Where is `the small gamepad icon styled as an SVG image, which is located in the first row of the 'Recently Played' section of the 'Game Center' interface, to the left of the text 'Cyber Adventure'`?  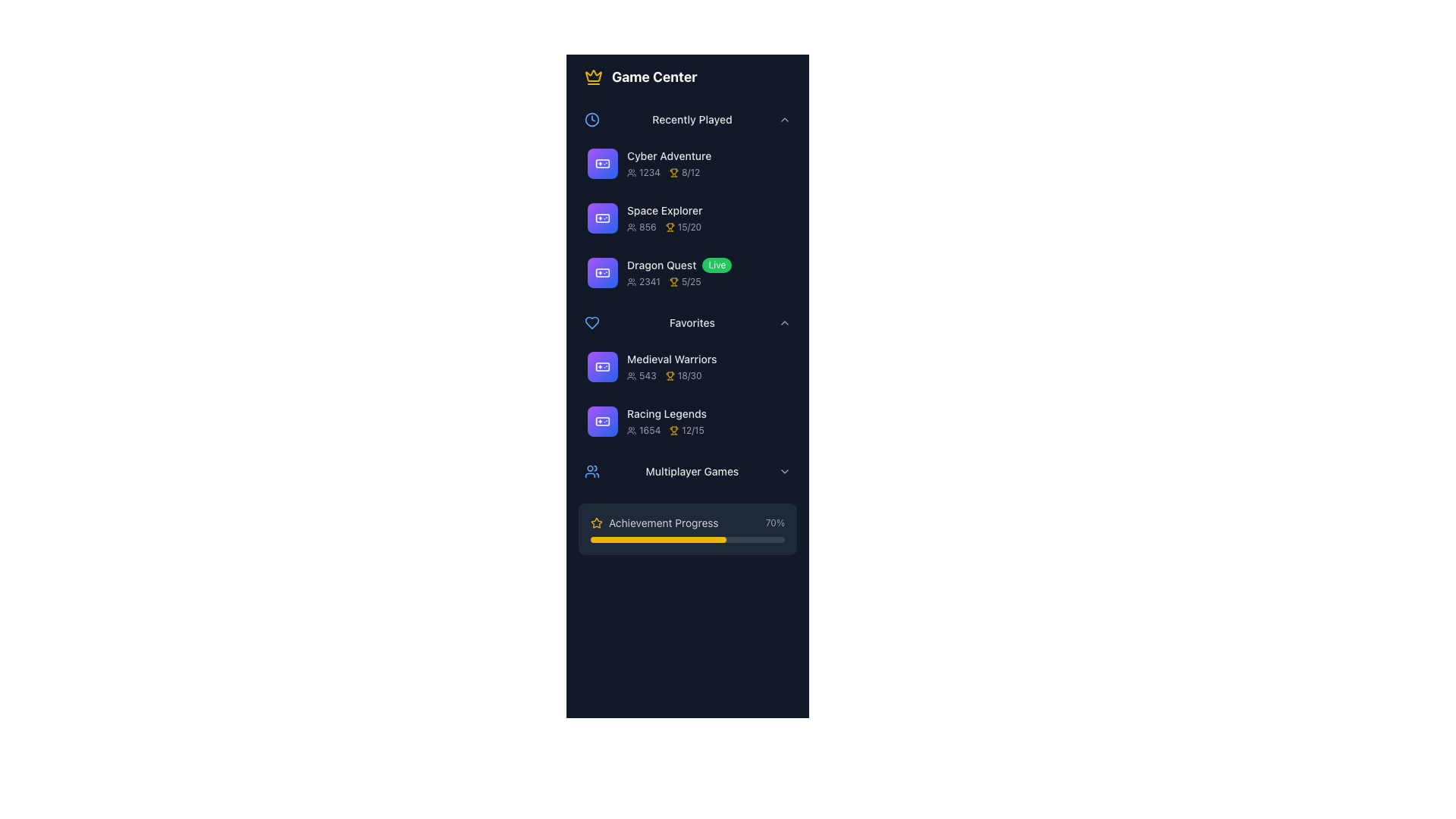 the small gamepad icon styled as an SVG image, which is located in the first row of the 'Recently Played' section of the 'Game Center' interface, to the left of the text 'Cyber Adventure' is located at coordinates (602, 164).